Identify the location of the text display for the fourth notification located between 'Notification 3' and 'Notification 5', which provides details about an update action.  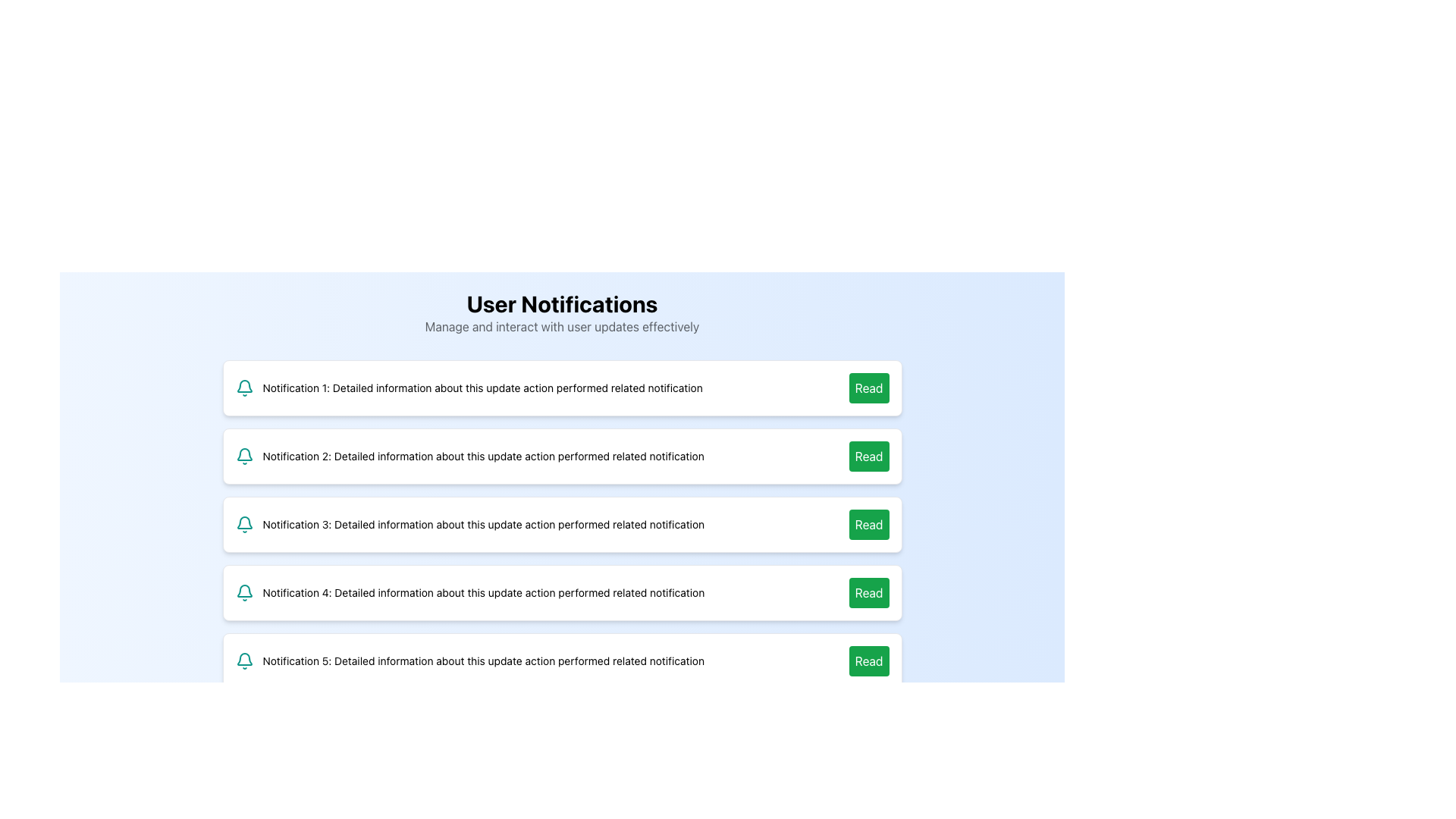
(482, 592).